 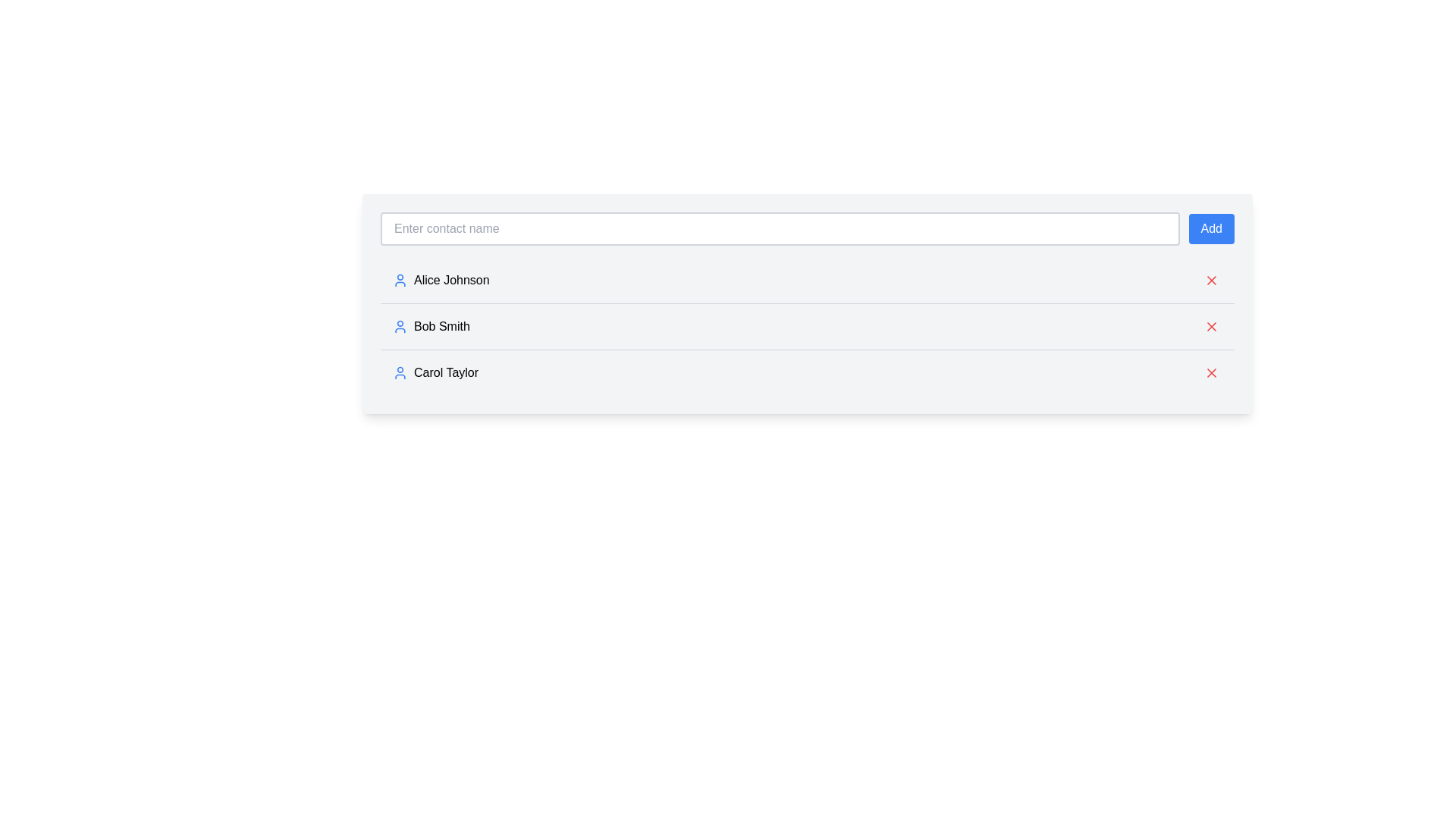 I want to click on the delete button associated with the item labeled 'Alice Johnson', located on the right side of the row containing the name, so click(x=1211, y=281).